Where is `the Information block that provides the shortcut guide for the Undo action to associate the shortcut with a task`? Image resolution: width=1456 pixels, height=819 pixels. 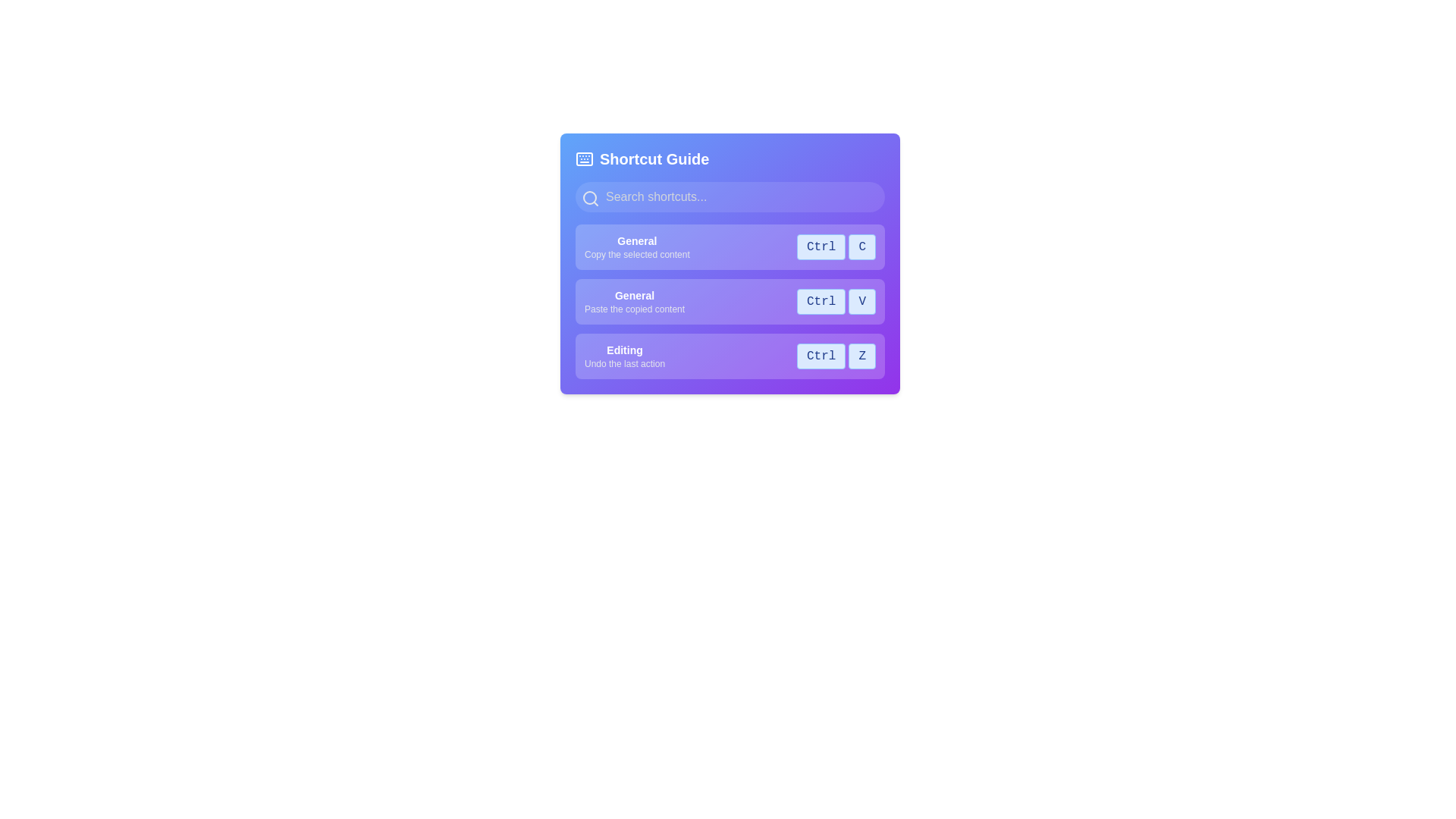
the Information block that provides the shortcut guide for the Undo action to associate the shortcut with a task is located at coordinates (730, 356).